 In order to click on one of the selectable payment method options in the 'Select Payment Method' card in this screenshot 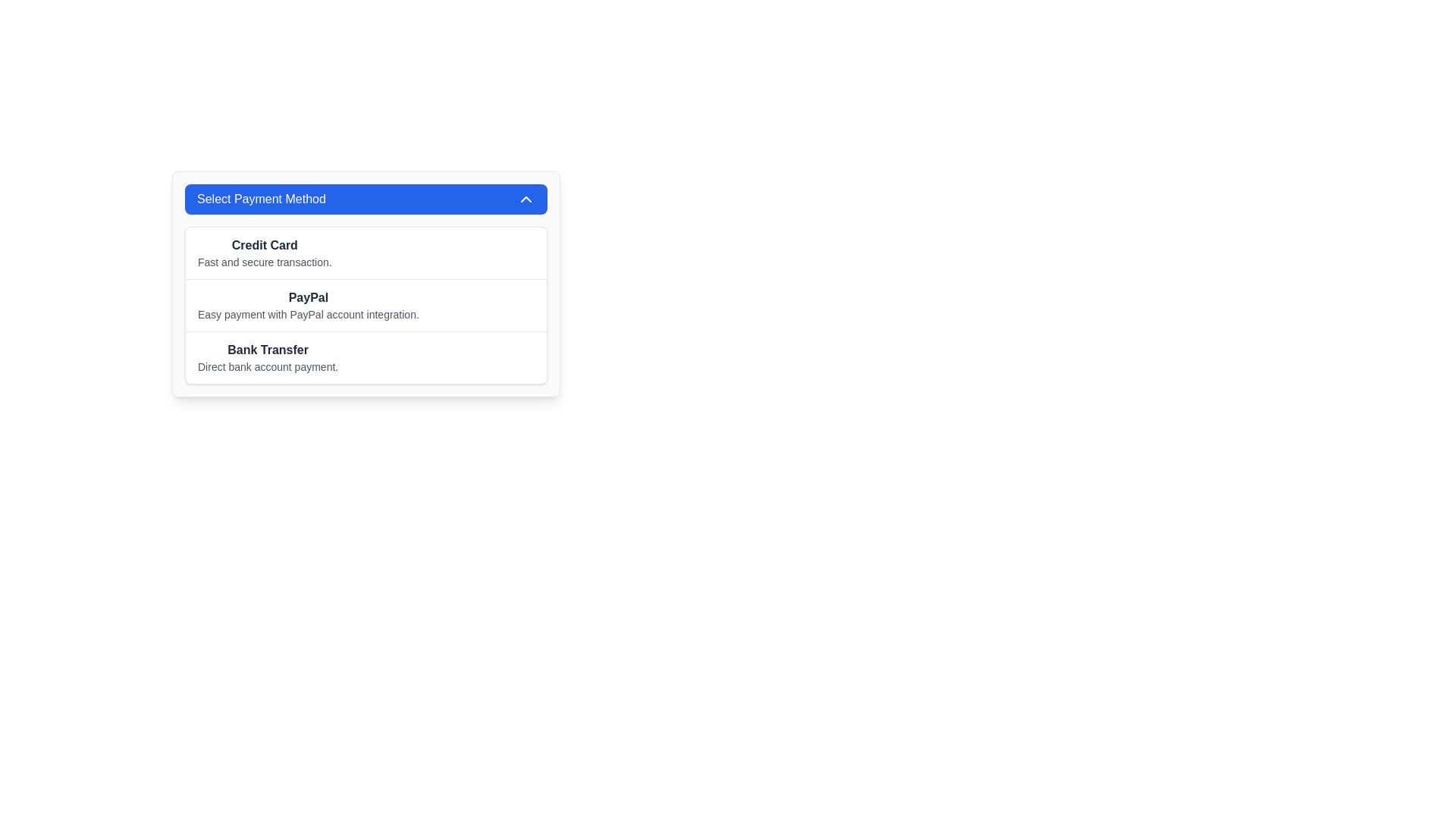, I will do `click(366, 305)`.